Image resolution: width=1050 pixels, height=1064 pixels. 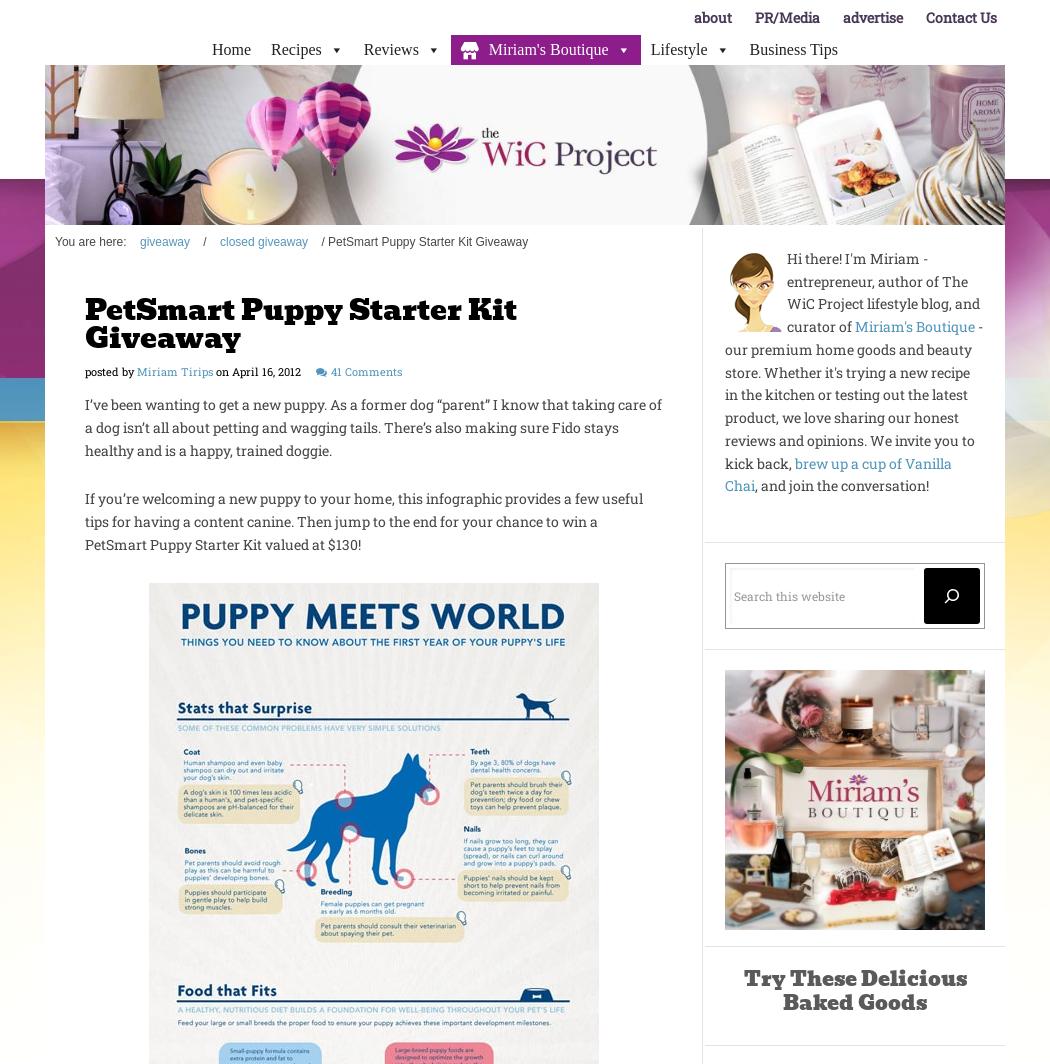 I want to click on 'Business Tips', so click(x=792, y=49).